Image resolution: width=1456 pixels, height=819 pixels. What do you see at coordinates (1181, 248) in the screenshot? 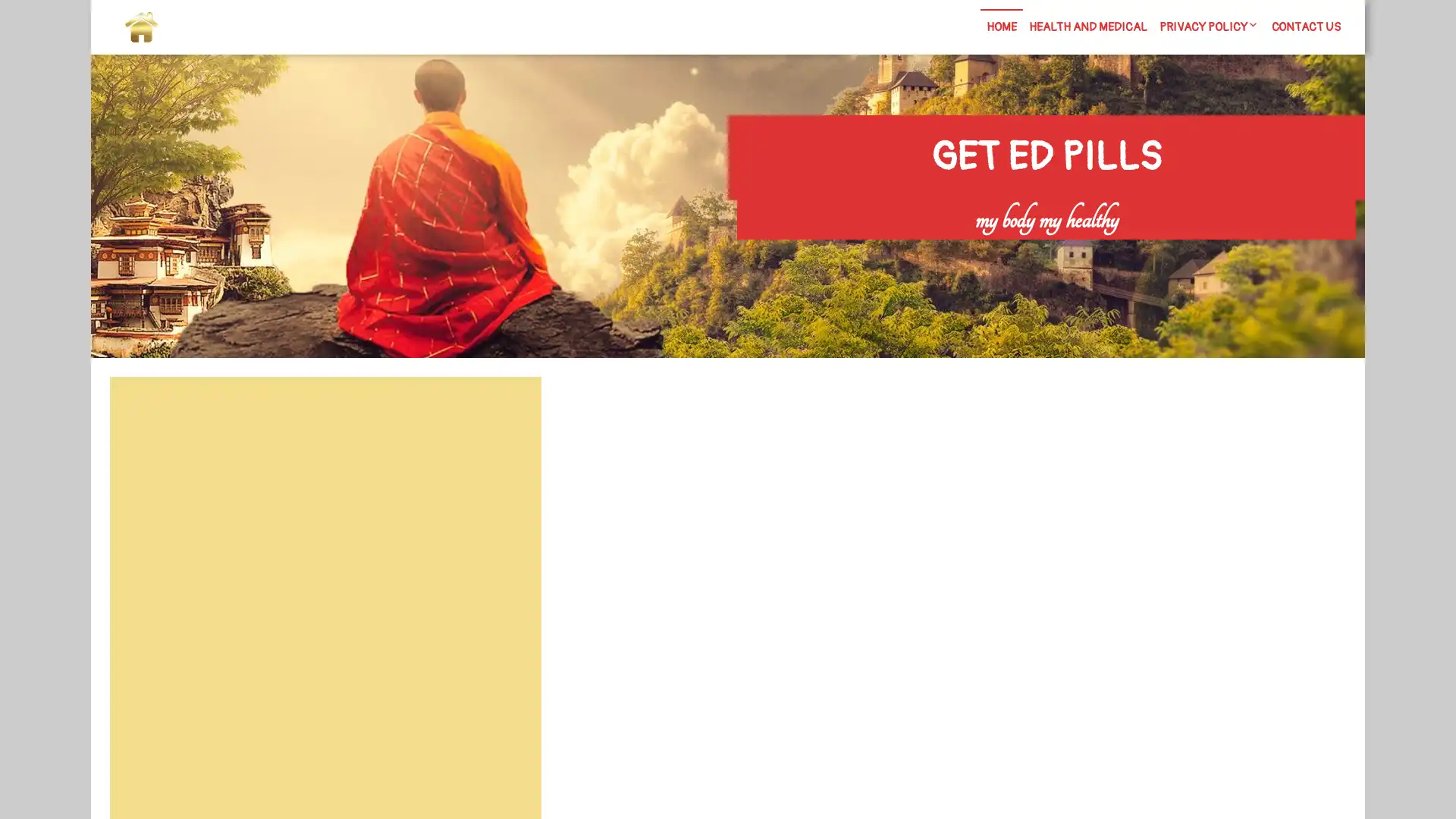
I see `Search` at bounding box center [1181, 248].